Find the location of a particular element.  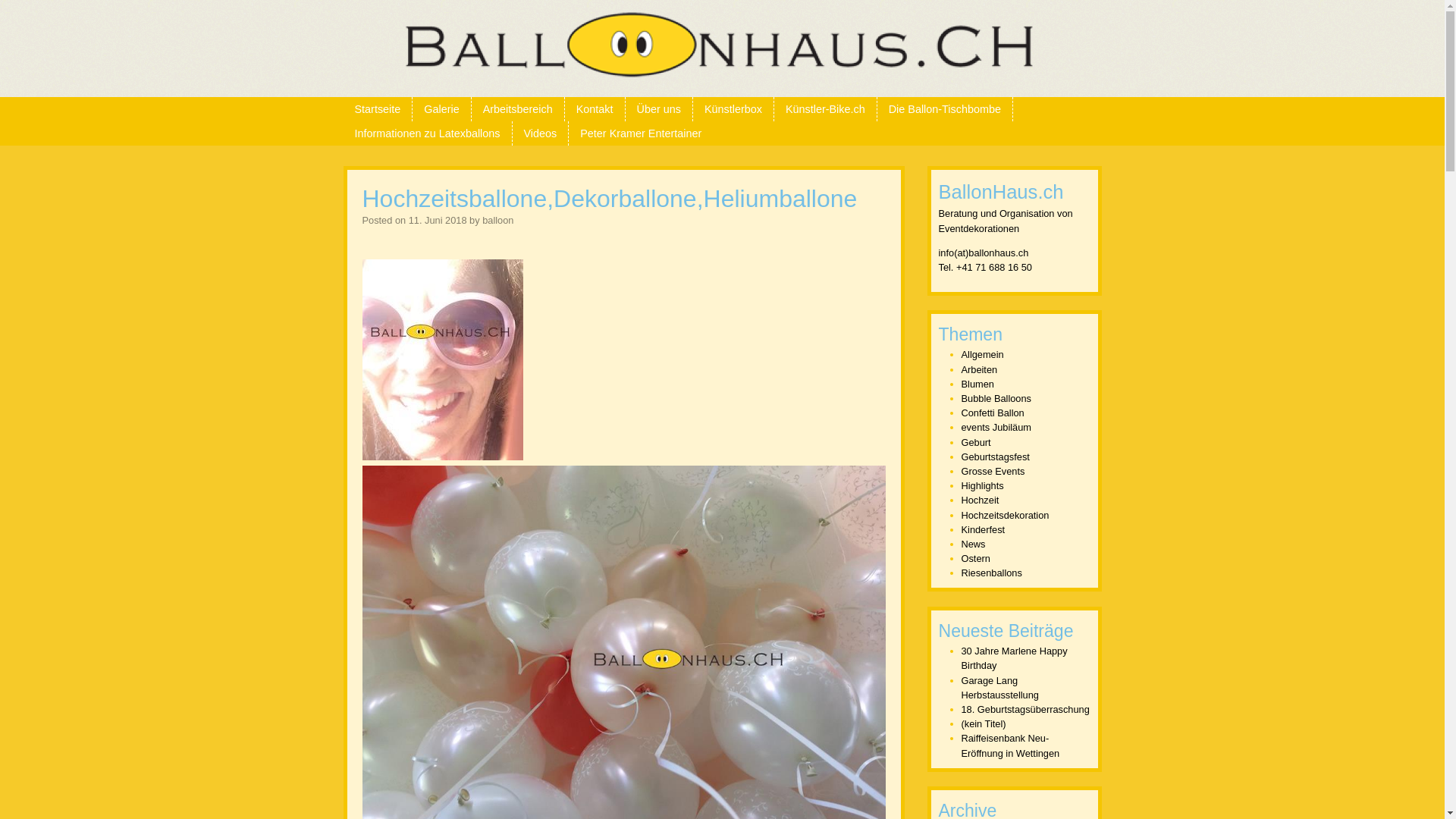

'Bubble Balloons' is located at coordinates (996, 397).